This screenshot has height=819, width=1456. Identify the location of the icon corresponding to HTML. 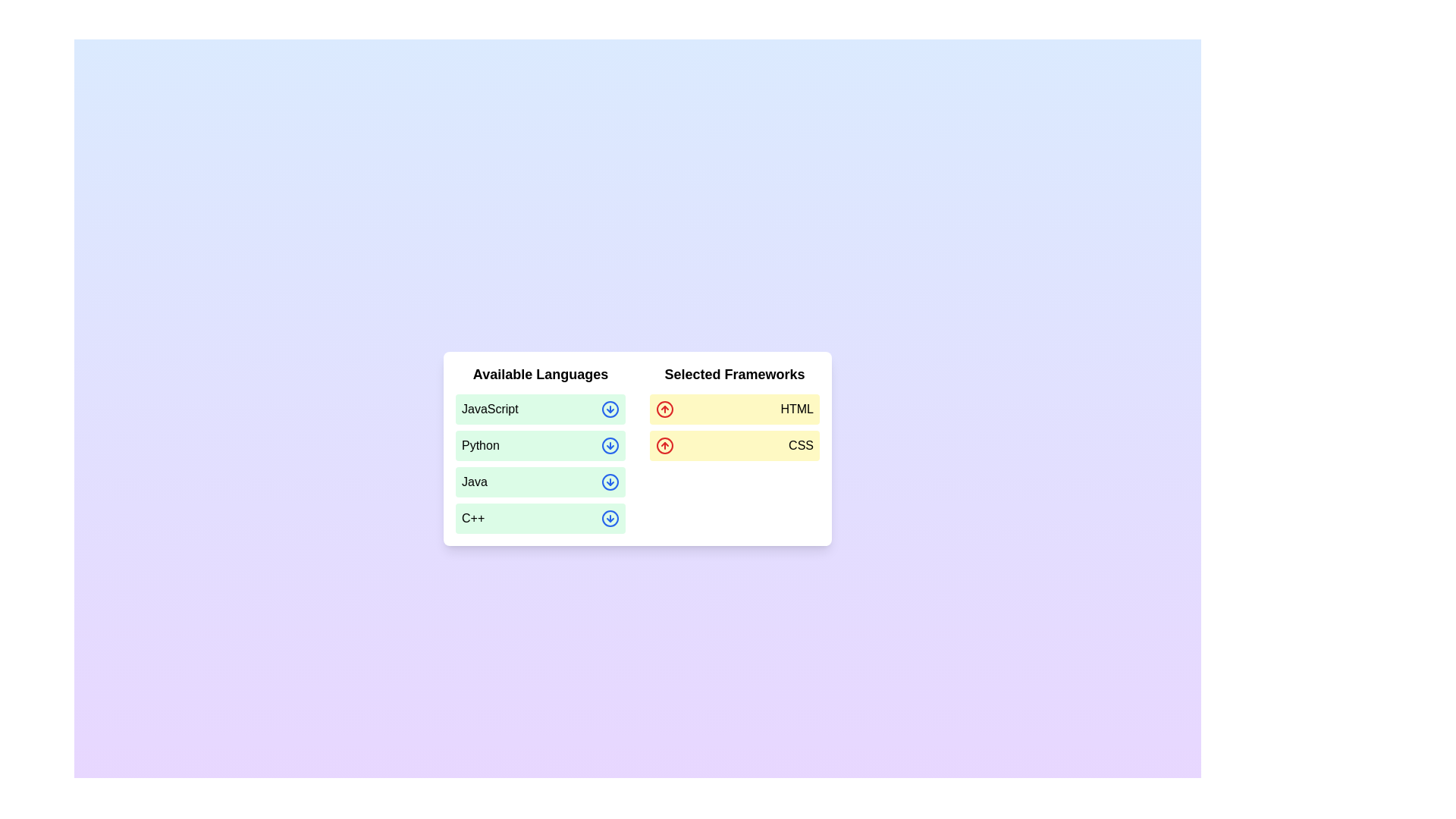
(665, 409).